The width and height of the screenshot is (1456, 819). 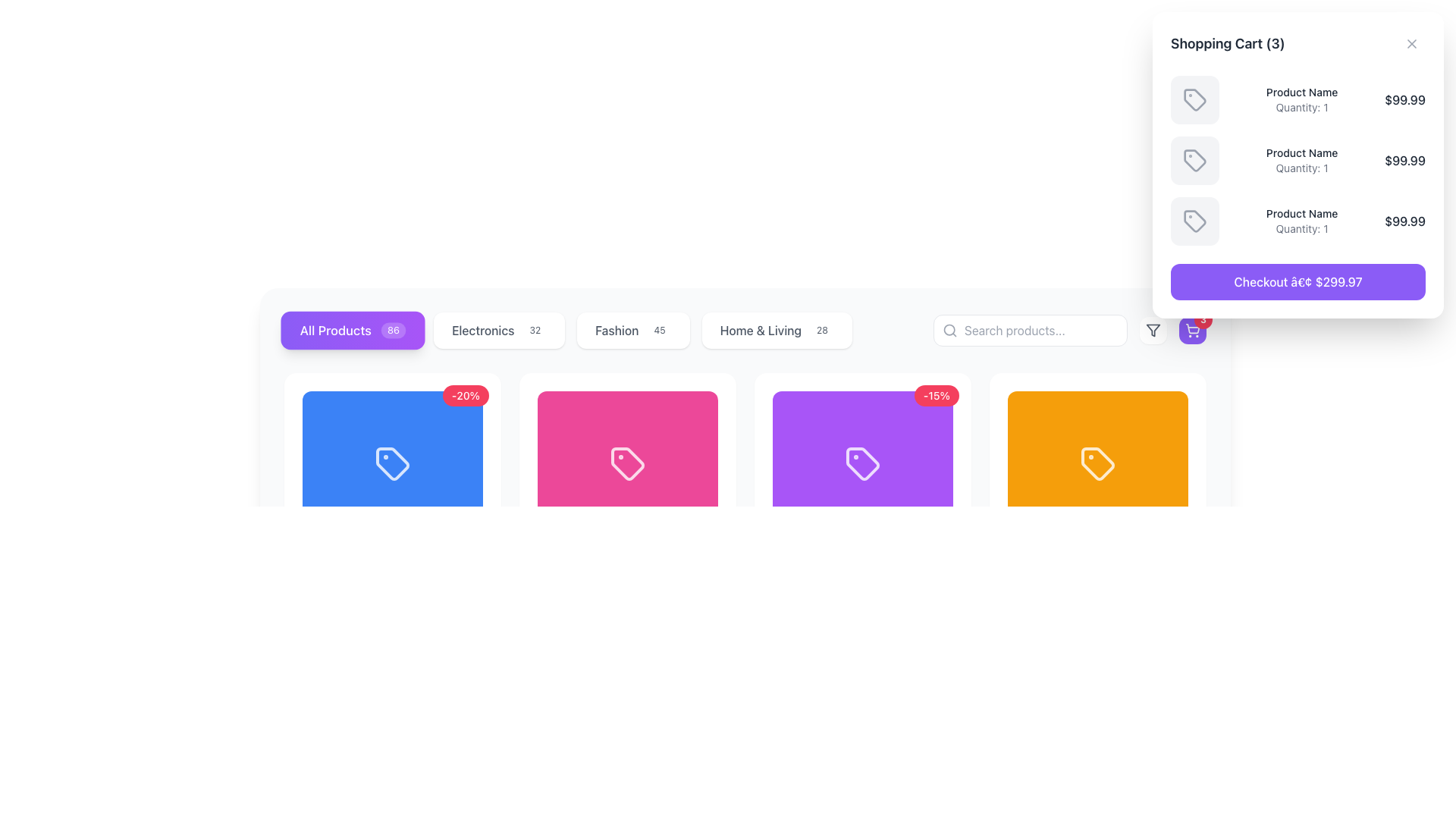 I want to click on the fourth product card in the product listing interface, which is positioned at the right end of the row, so click(x=1098, y=511).